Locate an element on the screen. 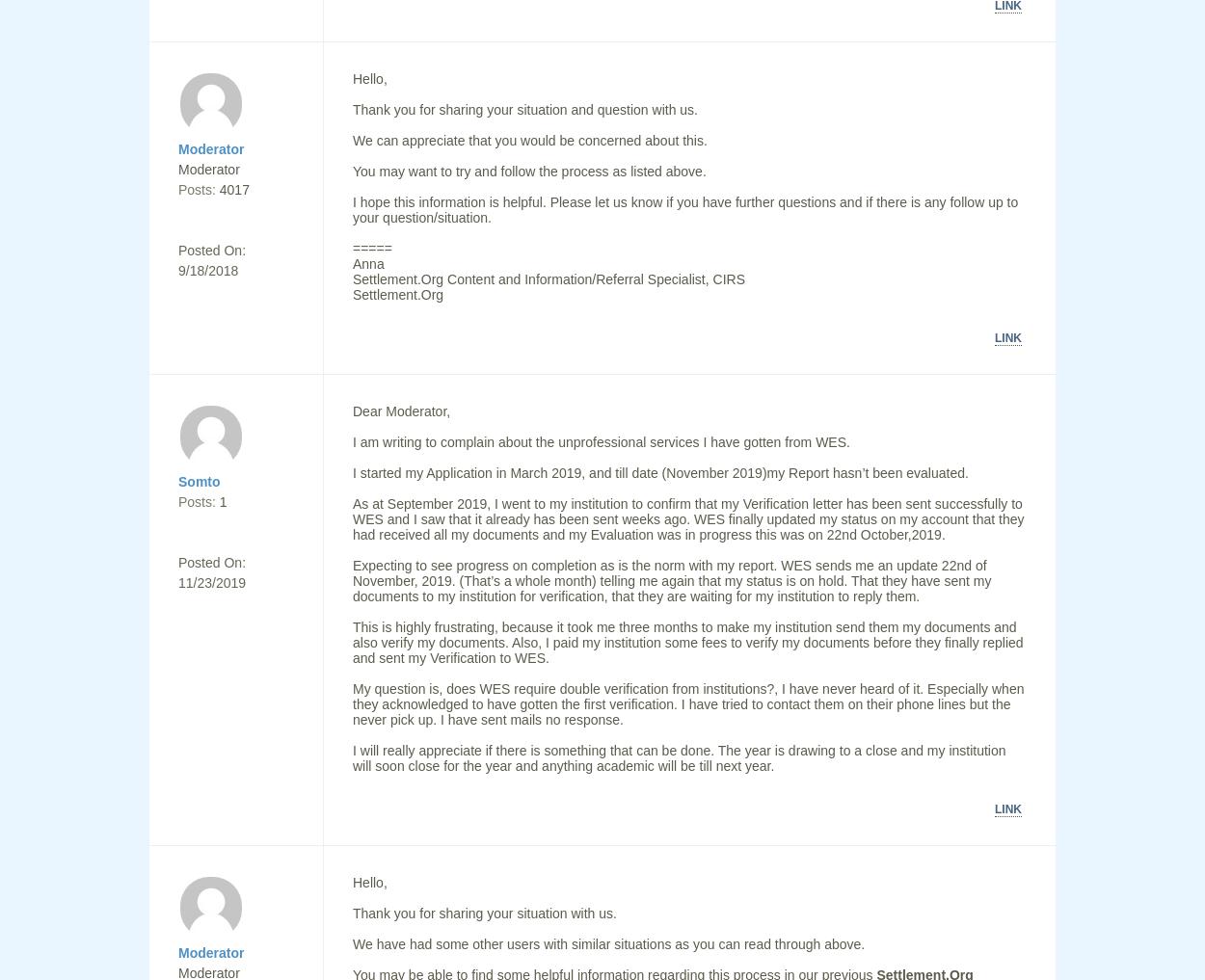 The height and width of the screenshot is (980, 1205). '1' is located at coordinates (222, 502).